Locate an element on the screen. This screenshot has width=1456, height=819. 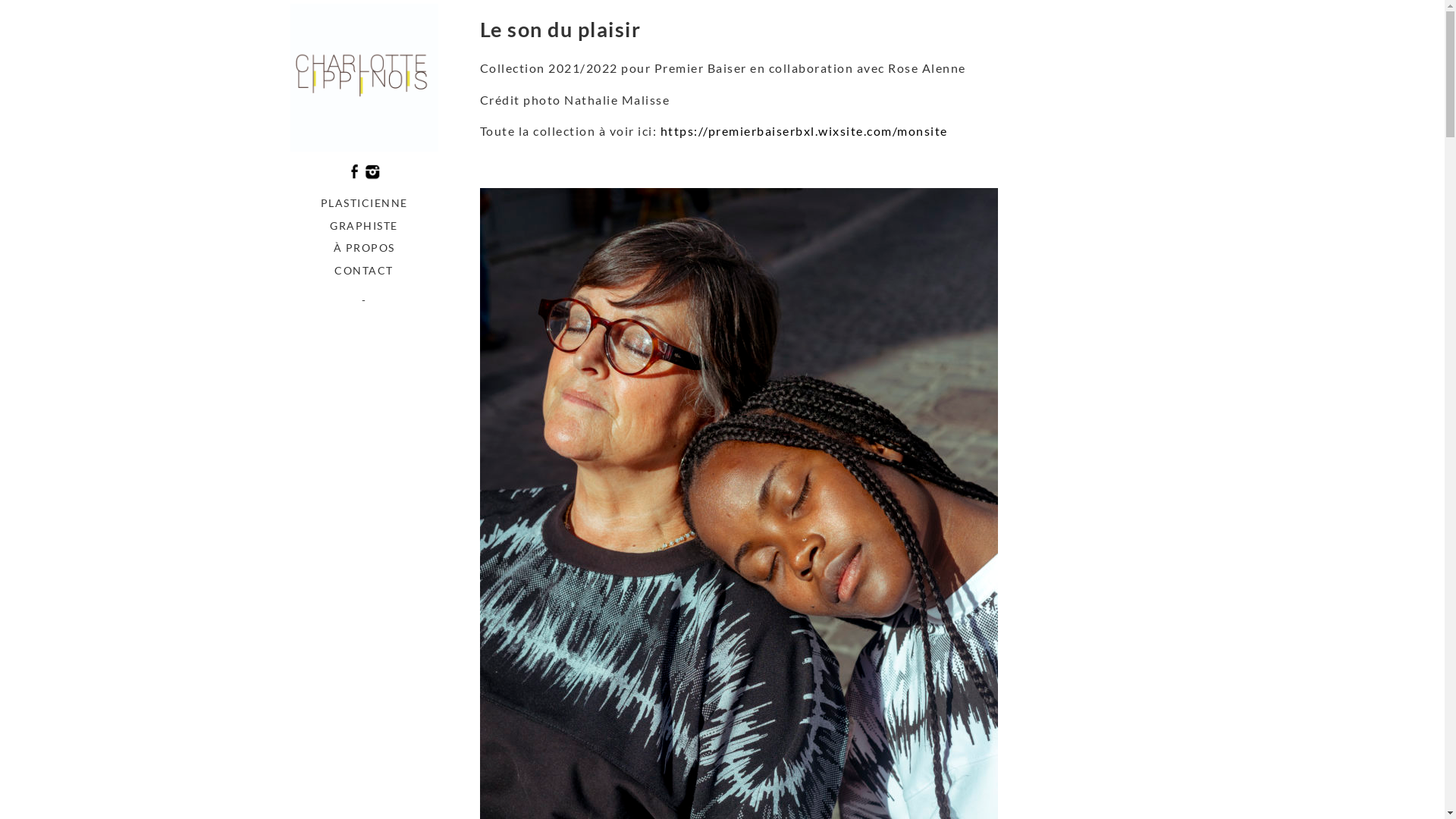
'PLASTICIENNE' is located at coordinates (362, 202).